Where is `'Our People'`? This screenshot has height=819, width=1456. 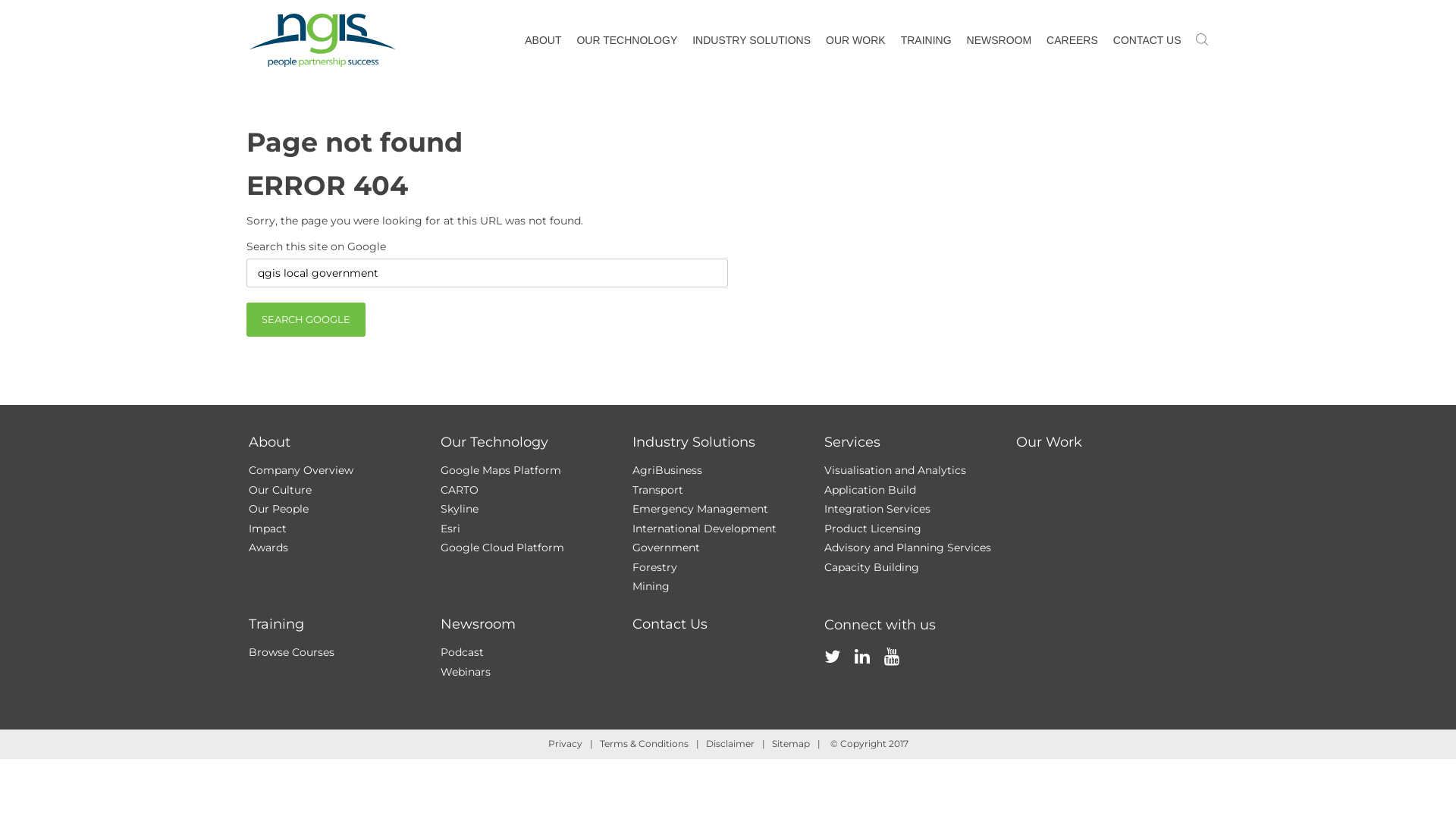
'Our People' is located at coordinates (248, 509).